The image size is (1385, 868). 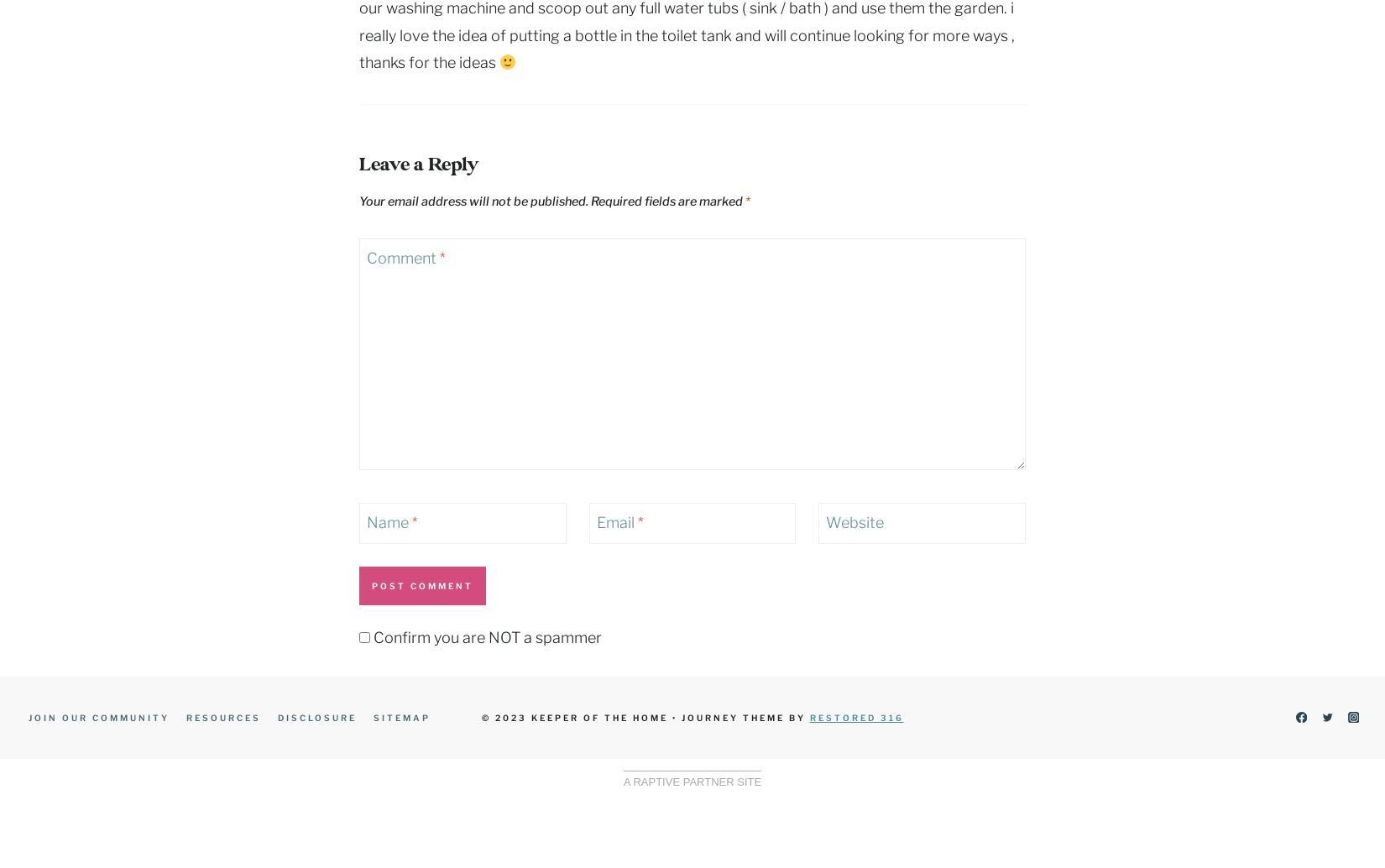 What do you see at coordinates (365, 522) in the screenshot?
I see `'Name'` at bounding box center [365, 522].